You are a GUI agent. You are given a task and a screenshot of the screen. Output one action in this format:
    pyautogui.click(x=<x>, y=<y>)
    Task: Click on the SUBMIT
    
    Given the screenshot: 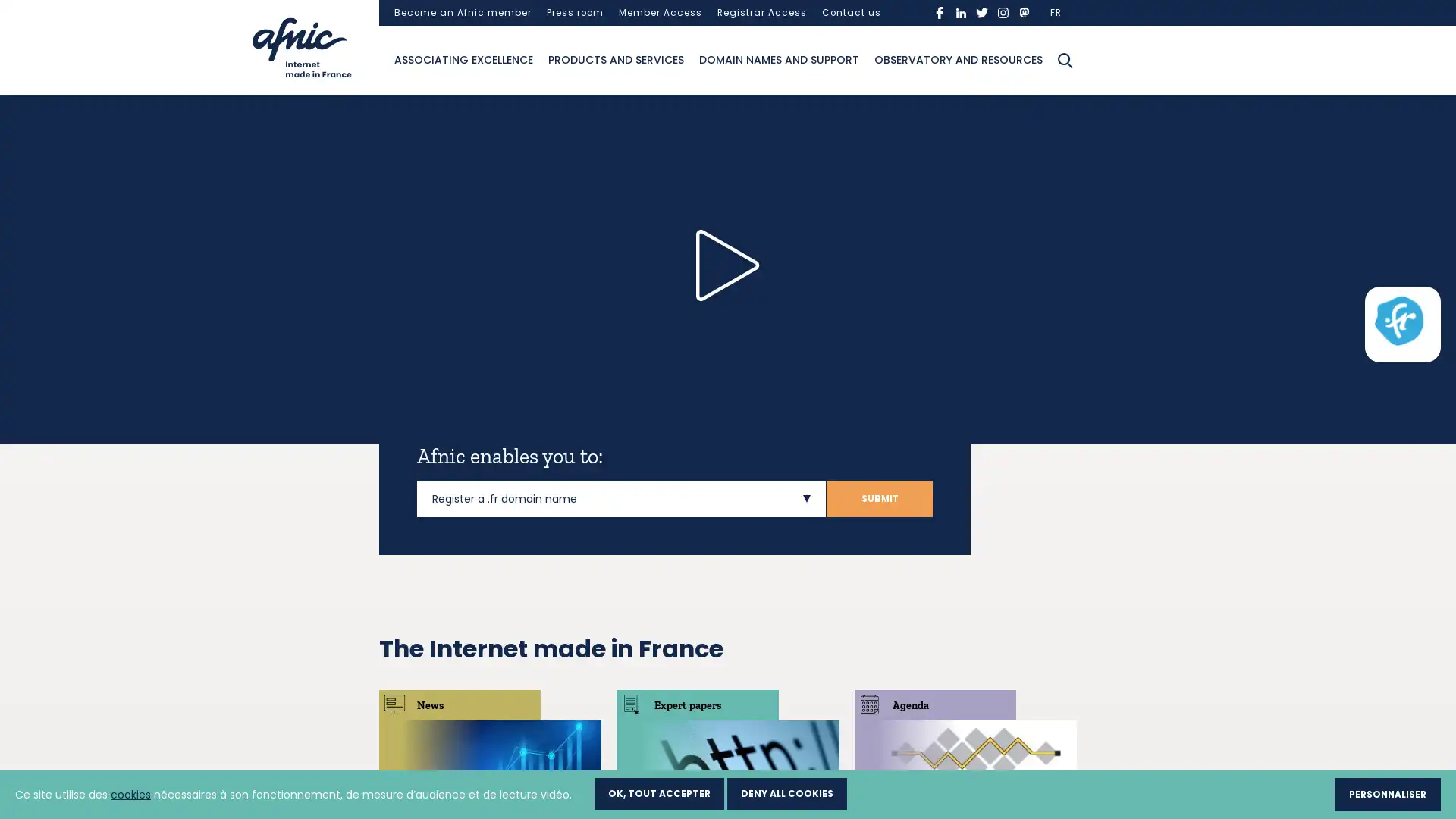 What is the action you would take?
    pyautogui.click(x=880, y=498)
    